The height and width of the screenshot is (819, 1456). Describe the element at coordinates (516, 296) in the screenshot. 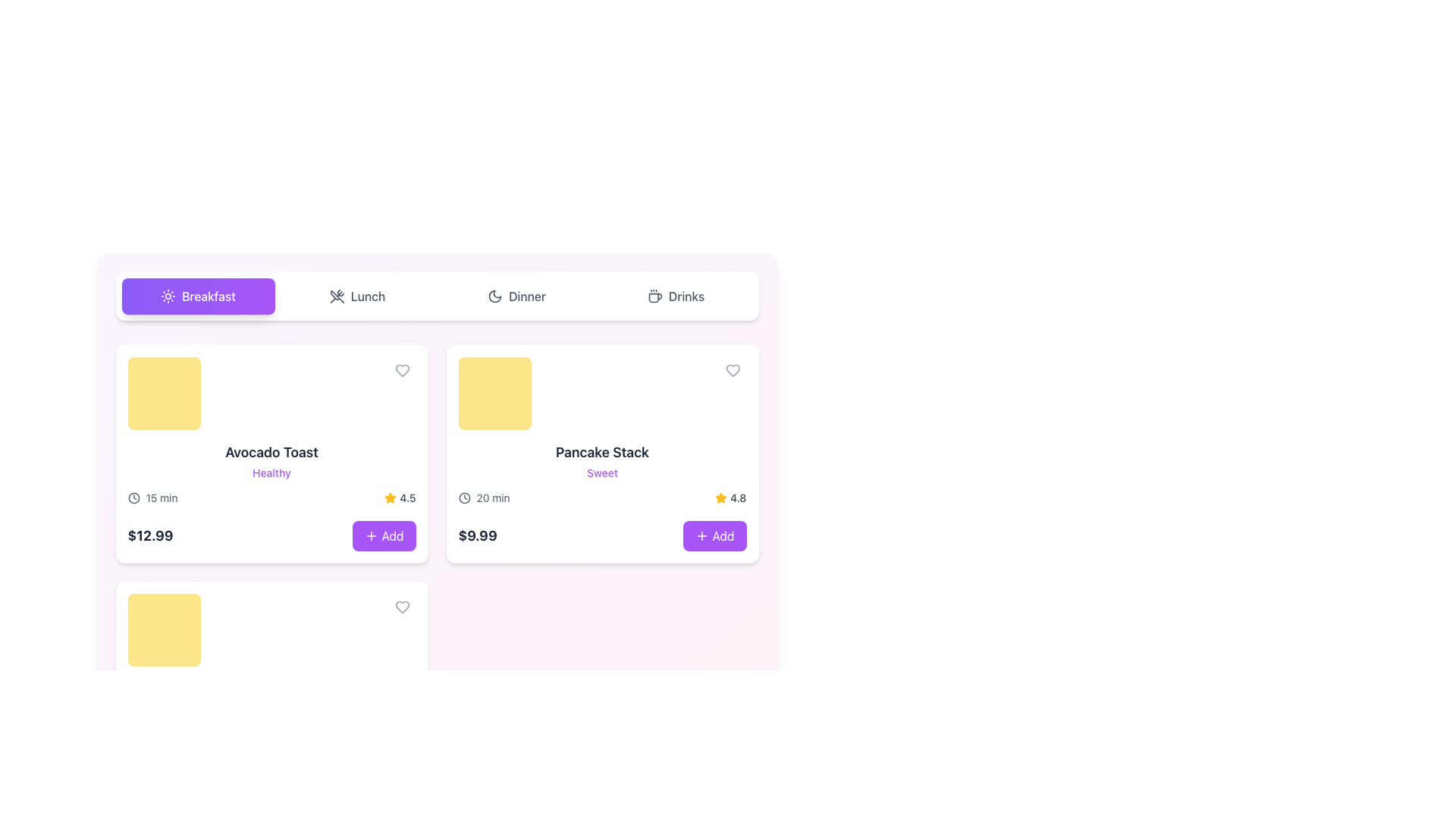

I see `the third button in the horizontal group of buttons, which allows users` at that location.